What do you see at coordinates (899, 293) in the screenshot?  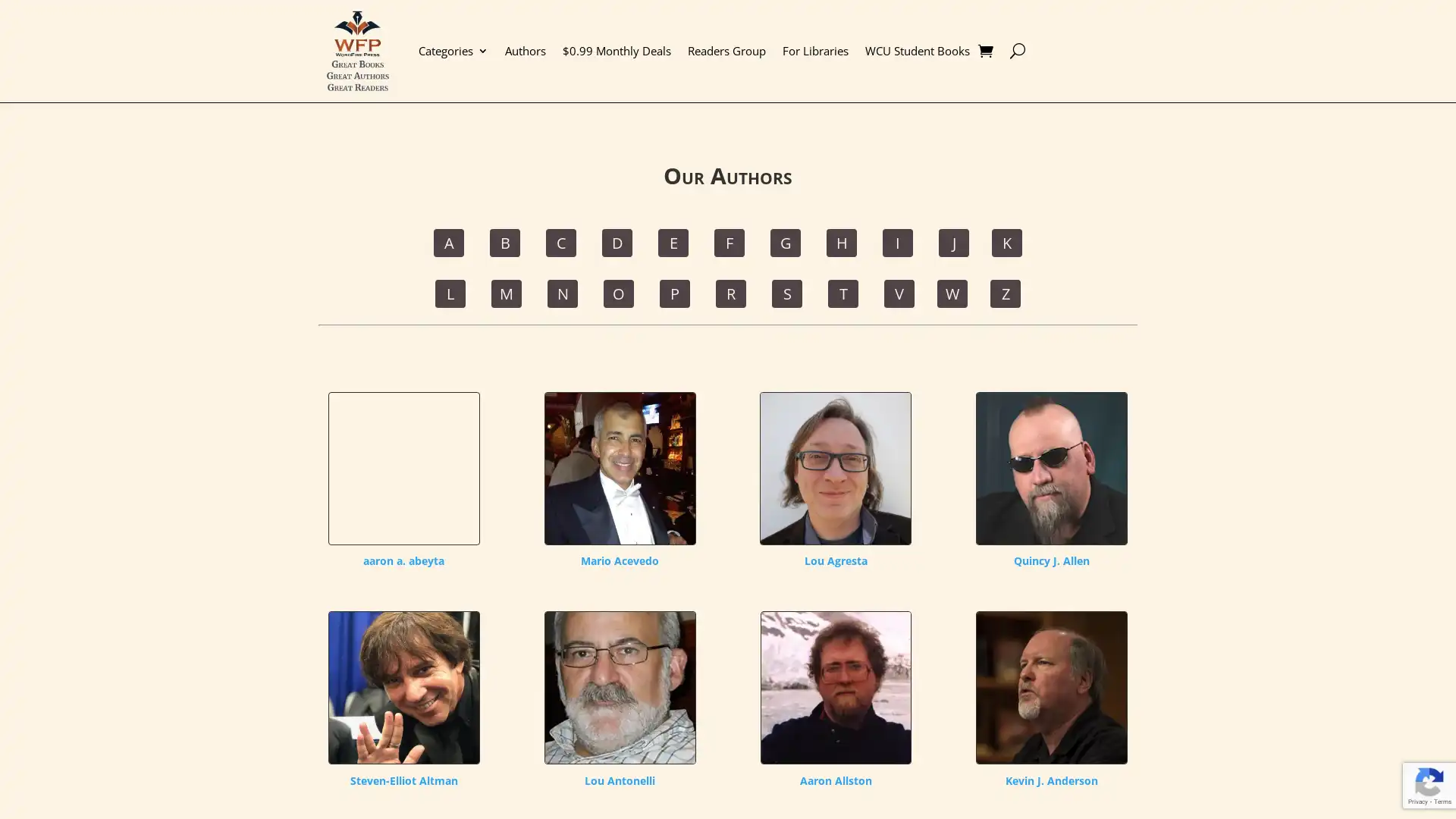 I see `V` at bounding box center [899, 293].